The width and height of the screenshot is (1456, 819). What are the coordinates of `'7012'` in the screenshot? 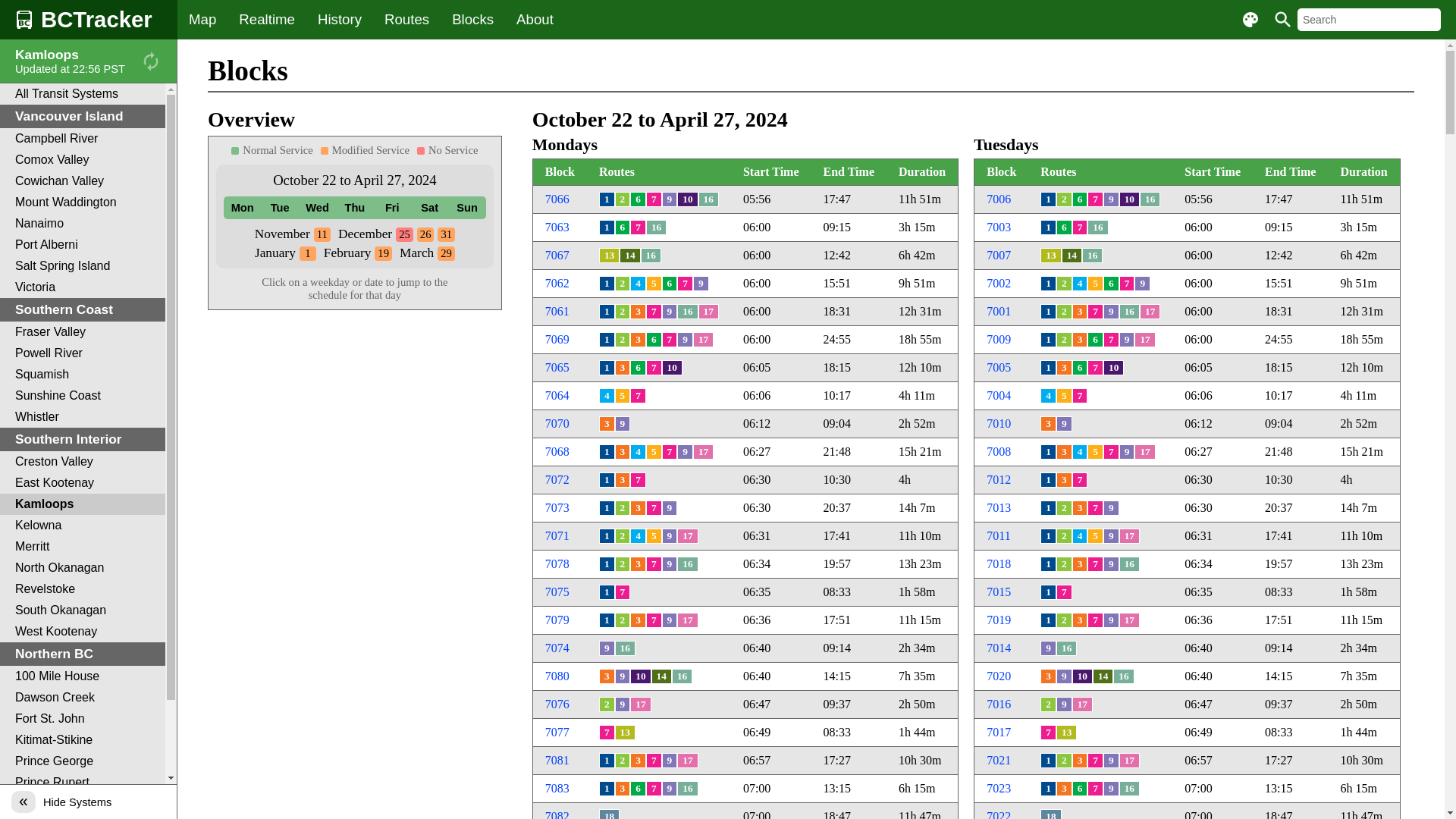 It's located at (998, 479).